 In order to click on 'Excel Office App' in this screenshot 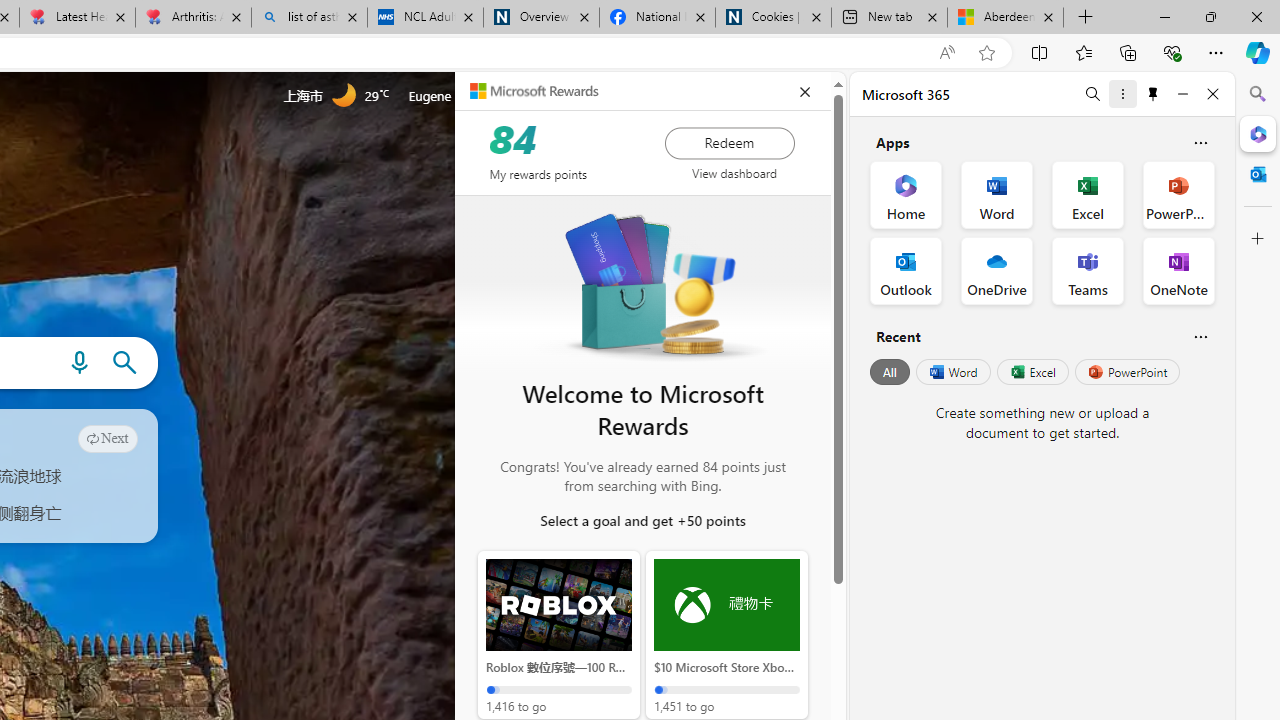, I will do `click(1087, 195)`.